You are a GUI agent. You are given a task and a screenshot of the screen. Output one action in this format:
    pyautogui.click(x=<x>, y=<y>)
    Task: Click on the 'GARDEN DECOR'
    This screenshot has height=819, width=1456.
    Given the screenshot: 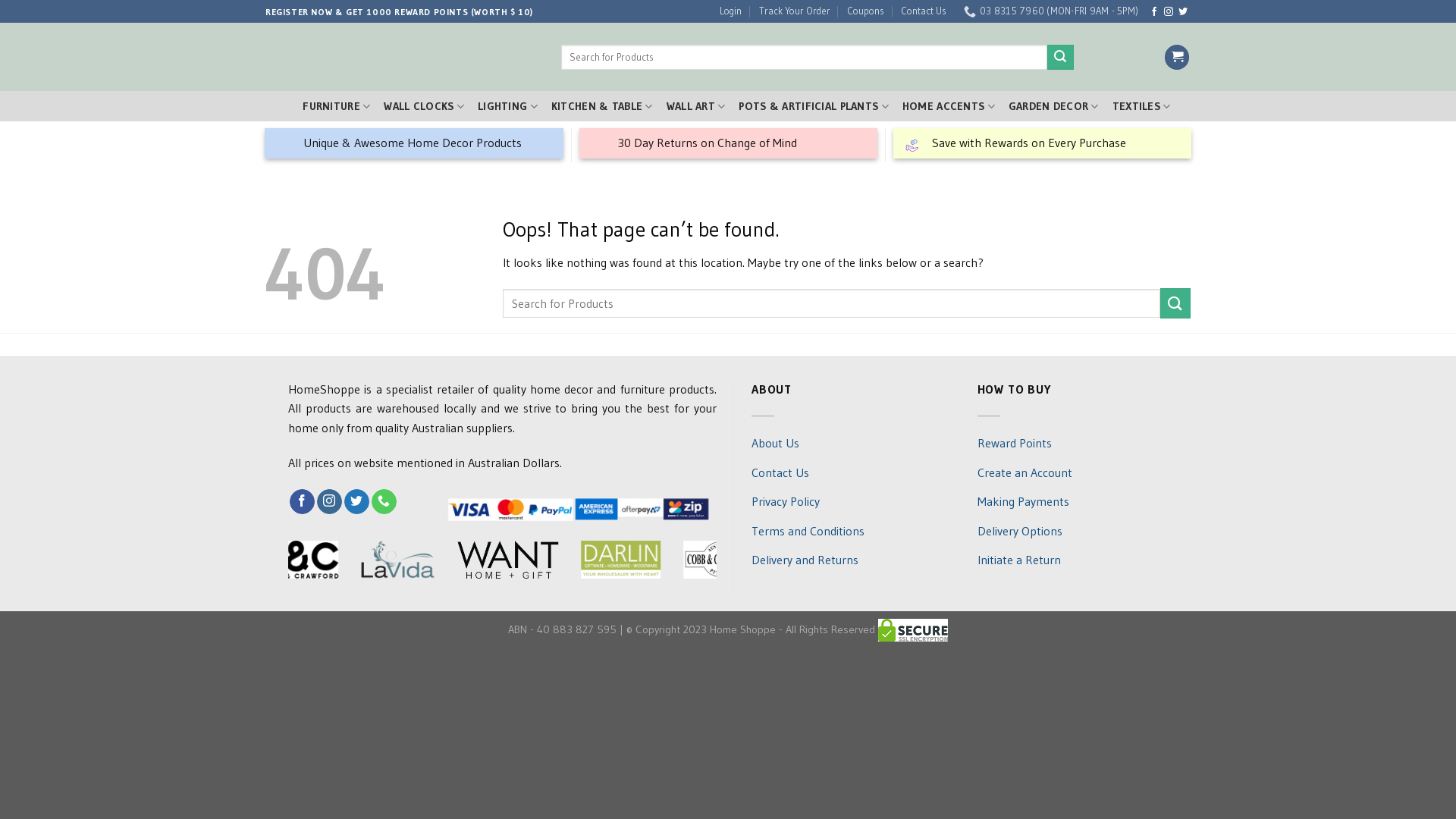 What is the action you would take?
    pyautogui.click(x=1053, y=105)
    